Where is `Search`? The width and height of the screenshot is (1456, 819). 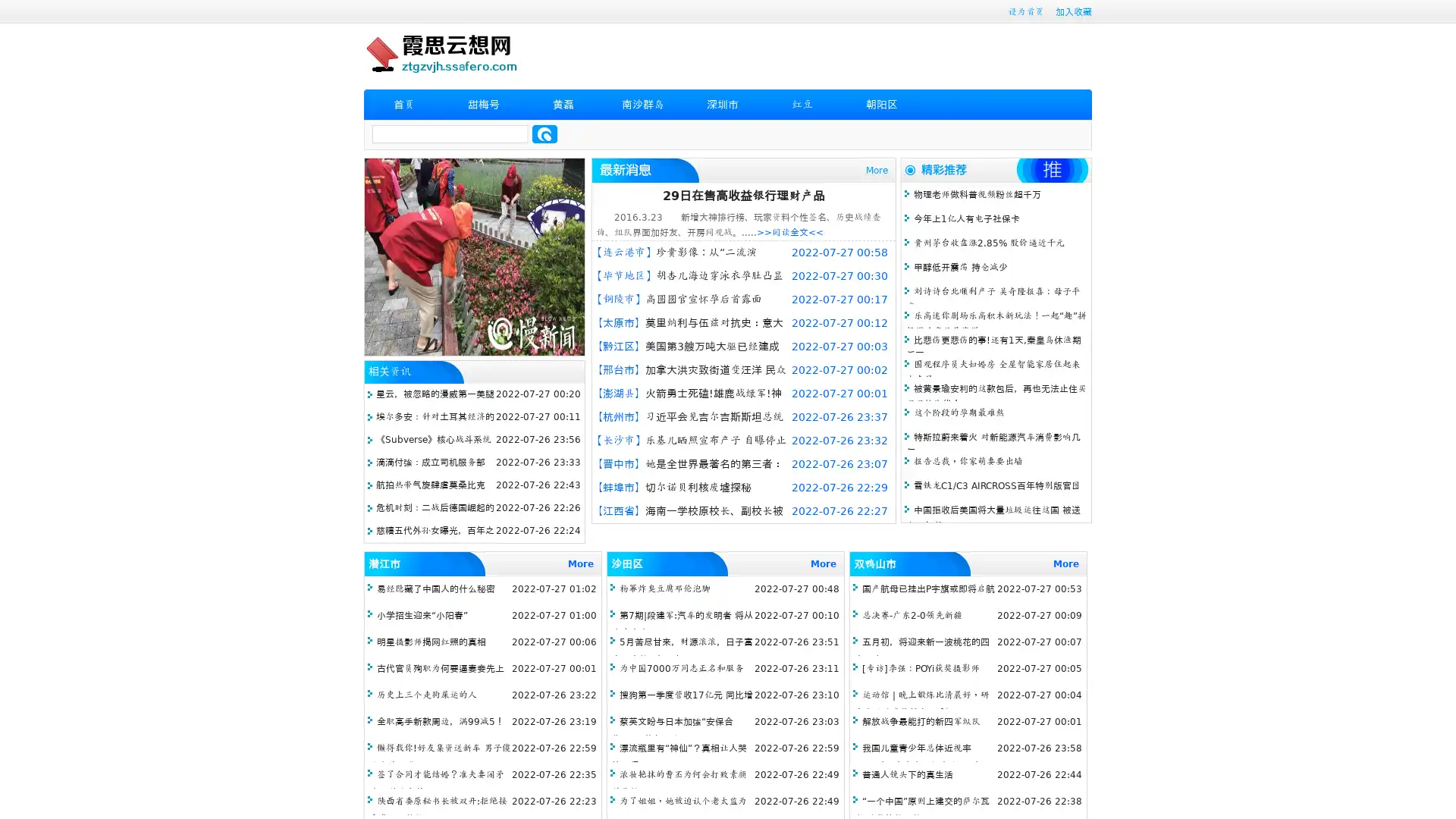 Search is located at coordinates (544, 133).